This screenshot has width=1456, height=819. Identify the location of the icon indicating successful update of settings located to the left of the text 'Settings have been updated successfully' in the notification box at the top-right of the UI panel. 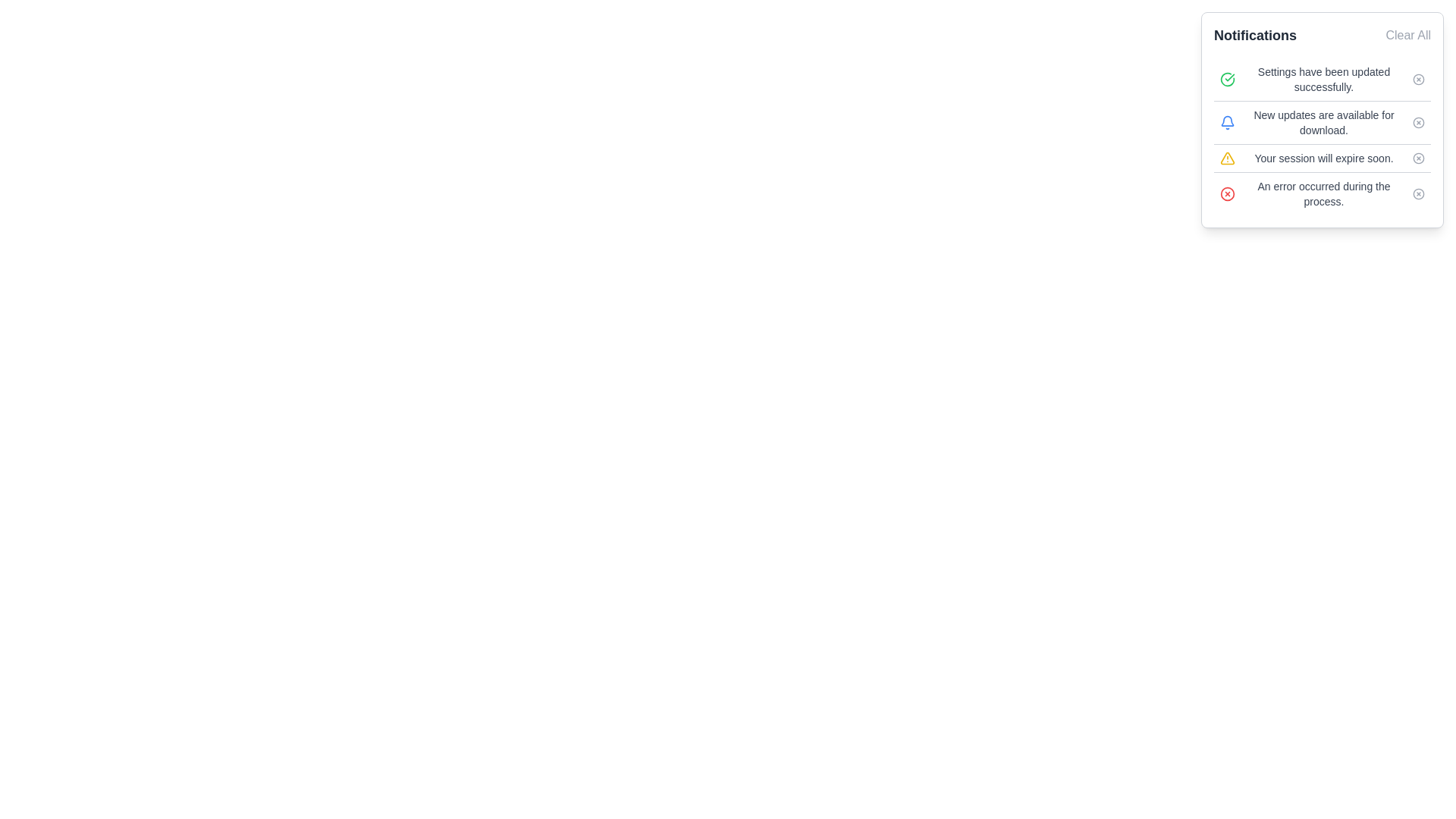
(1227, 79).